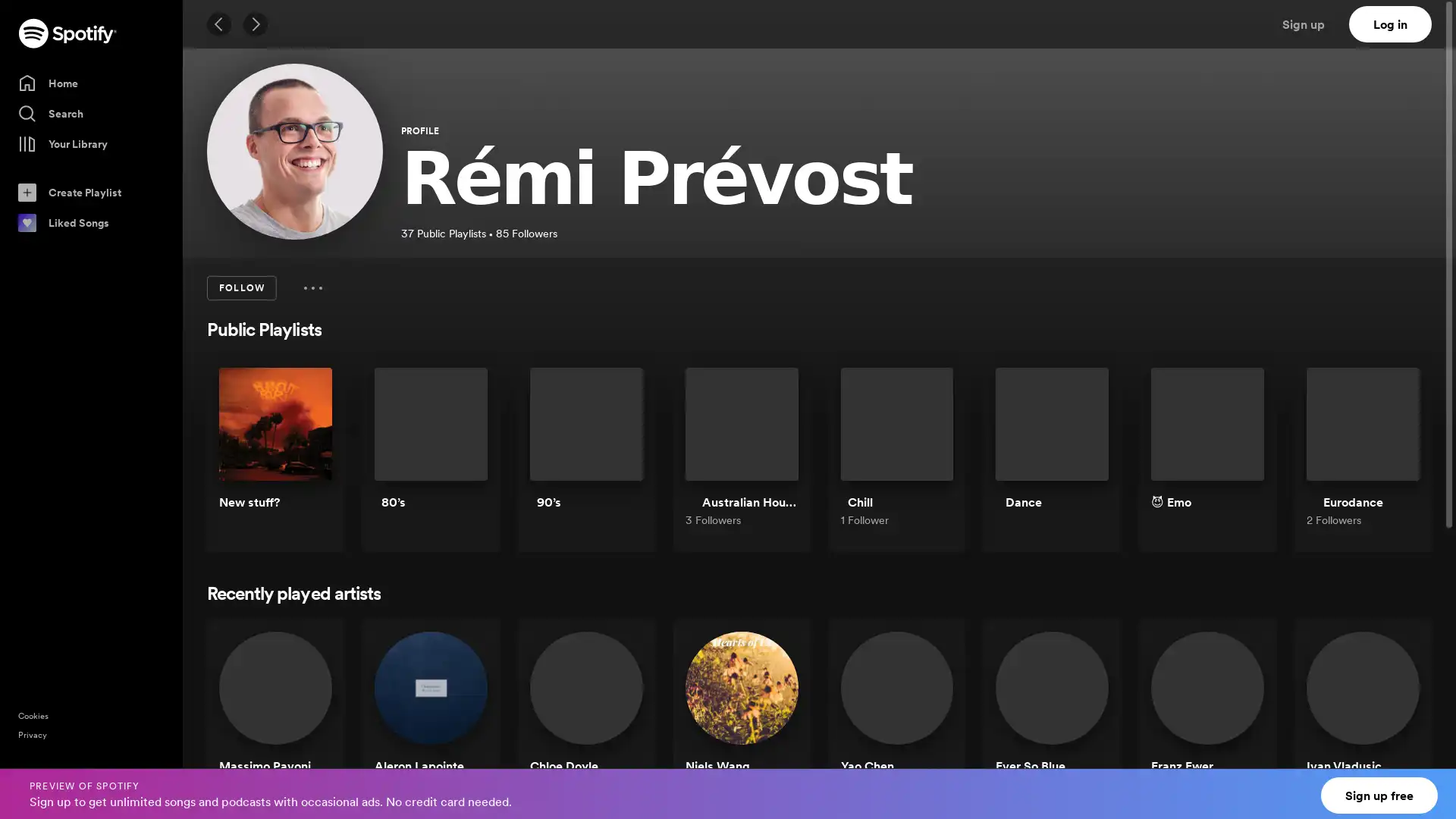 The height and width of the screenshot is (819, 1456). I want to click on Sign up free, so click(1379, 795).